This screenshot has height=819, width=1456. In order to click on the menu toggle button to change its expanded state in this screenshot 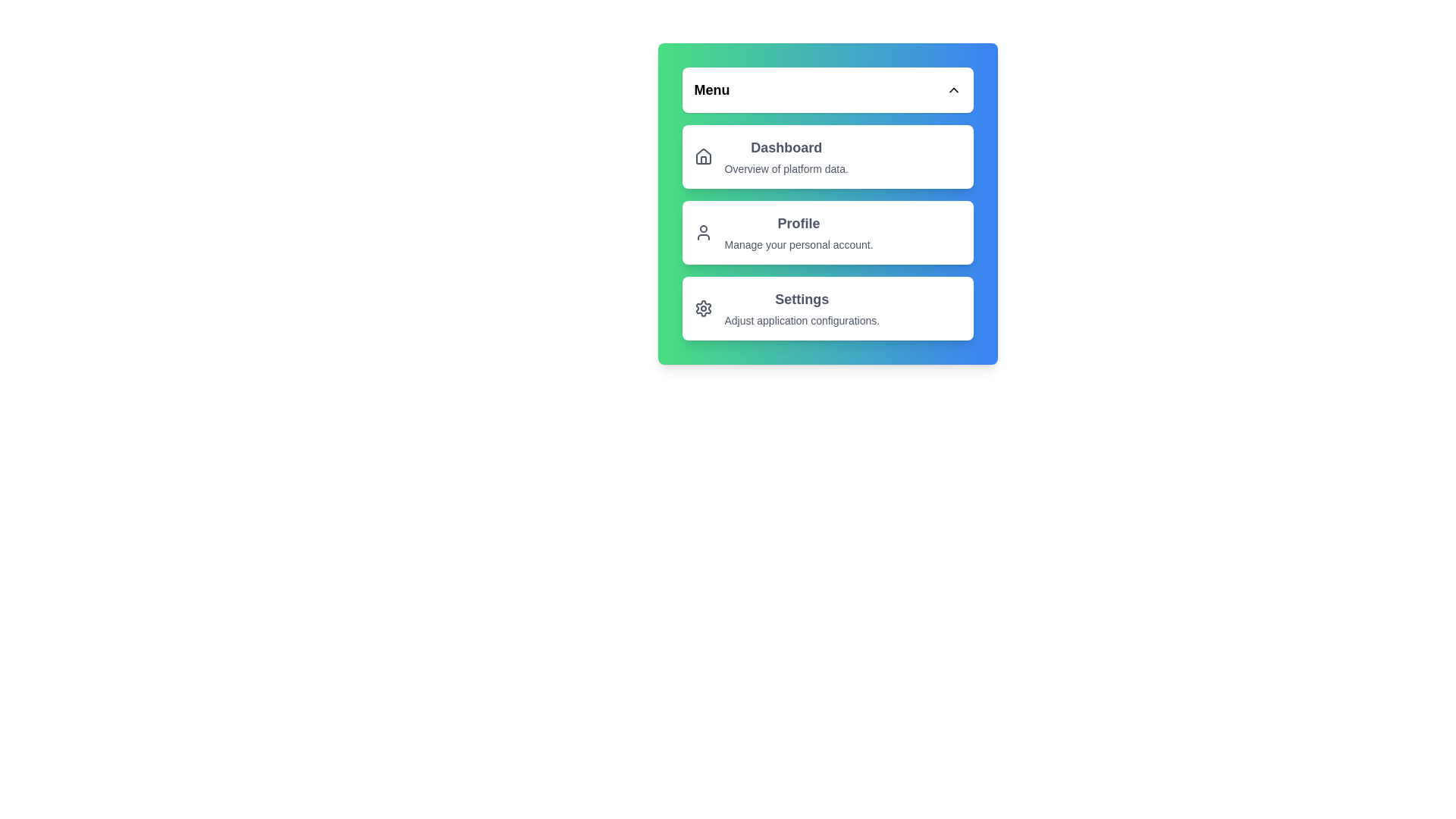, I will do `click(827, 90)`.